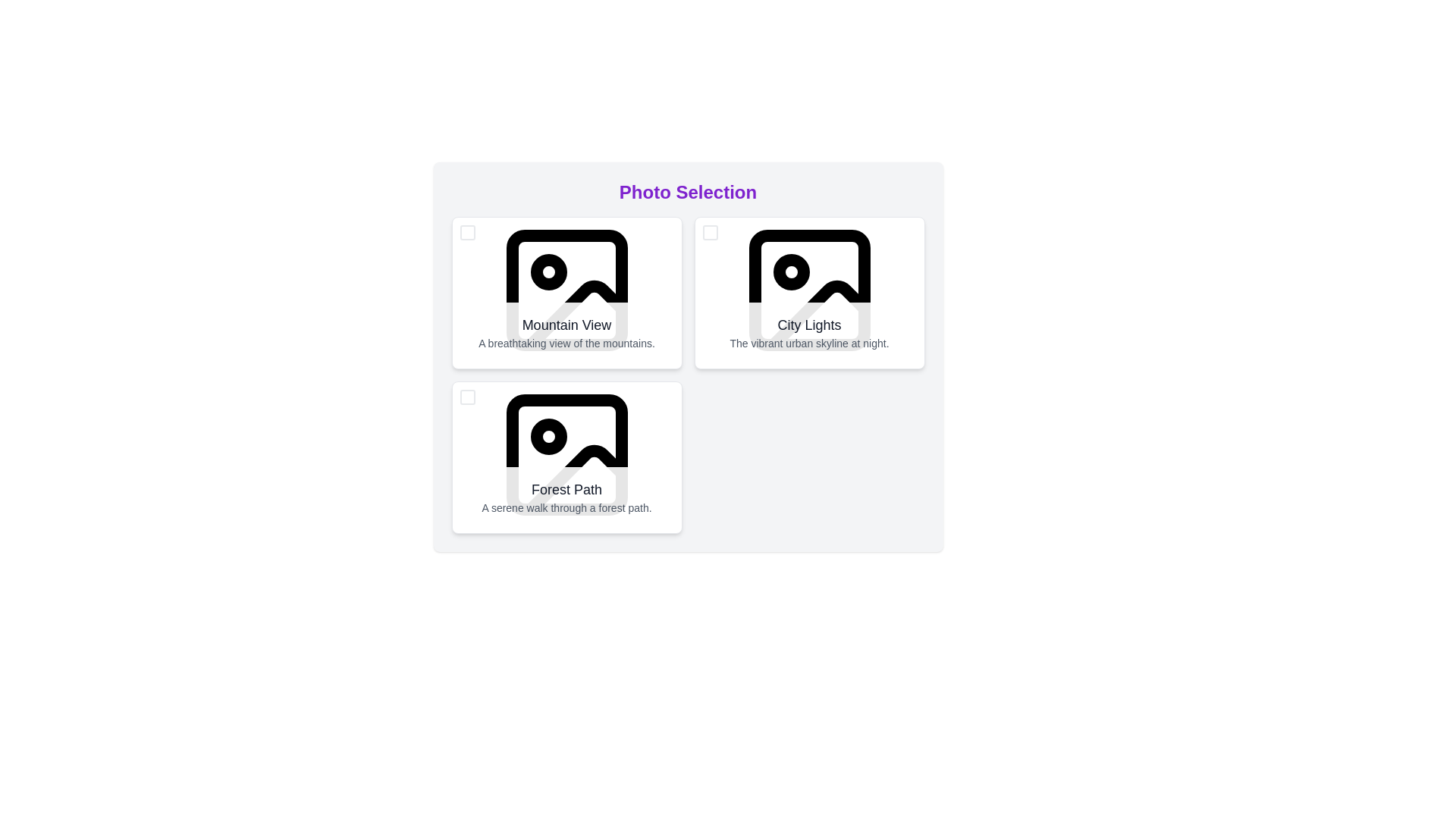 The height and width of the screenshot is (819, 1456). I want to click on text 'City Lights' from the title label displayed in bold and large font at the top section of the selection card, located at the top-right corner of the grid of elements, so click(808, 324).